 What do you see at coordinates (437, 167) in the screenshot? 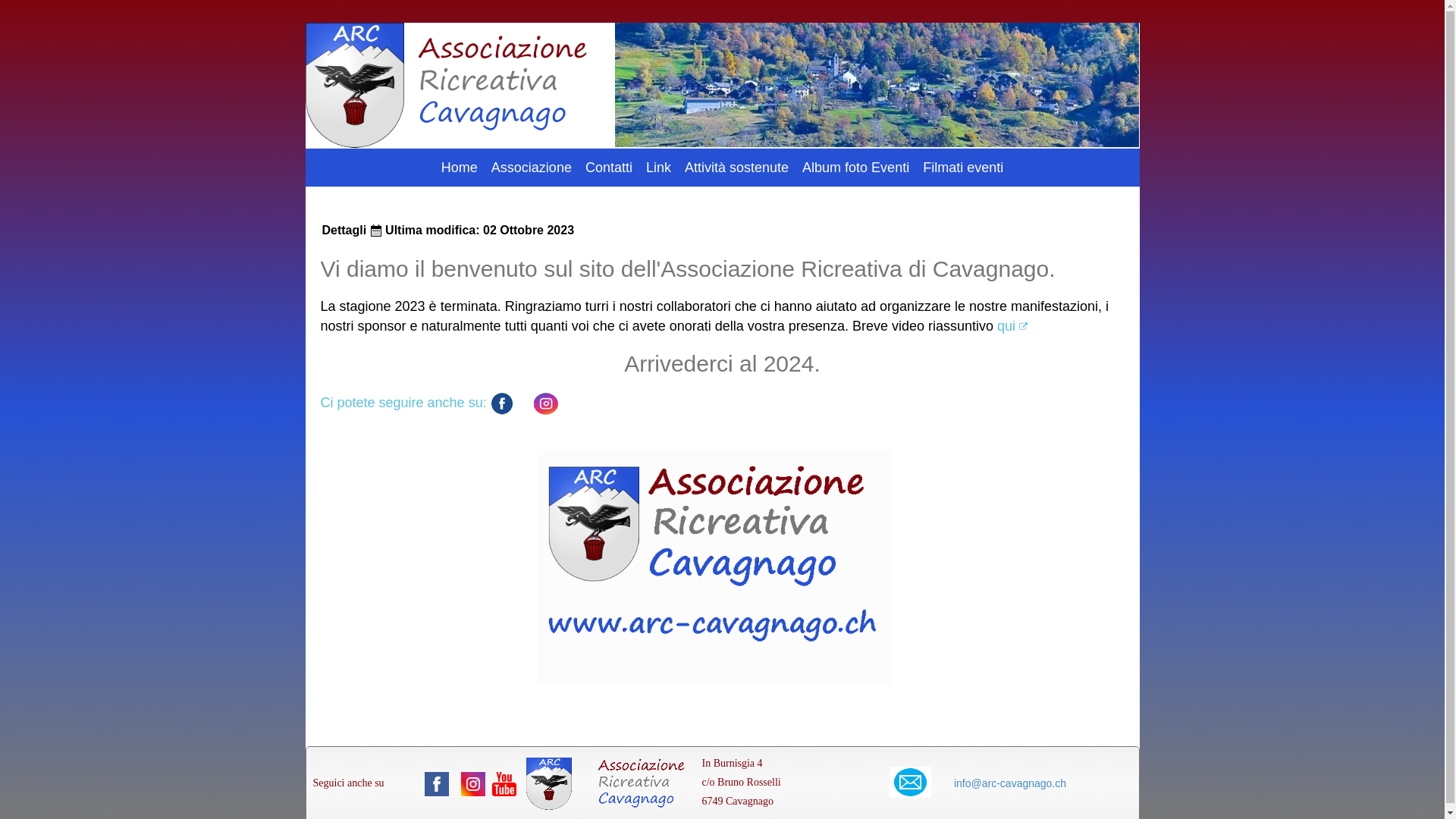
I see `'Home'` at bounding box center [437, 167].